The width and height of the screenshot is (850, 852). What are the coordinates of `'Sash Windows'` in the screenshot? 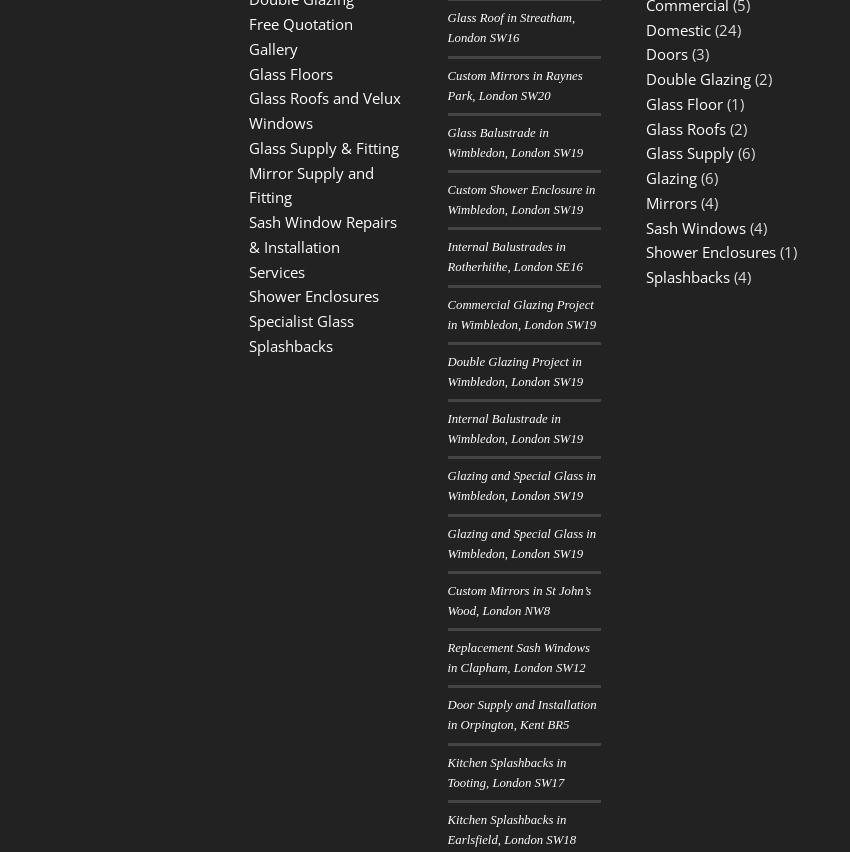 It's located at (694, 225).